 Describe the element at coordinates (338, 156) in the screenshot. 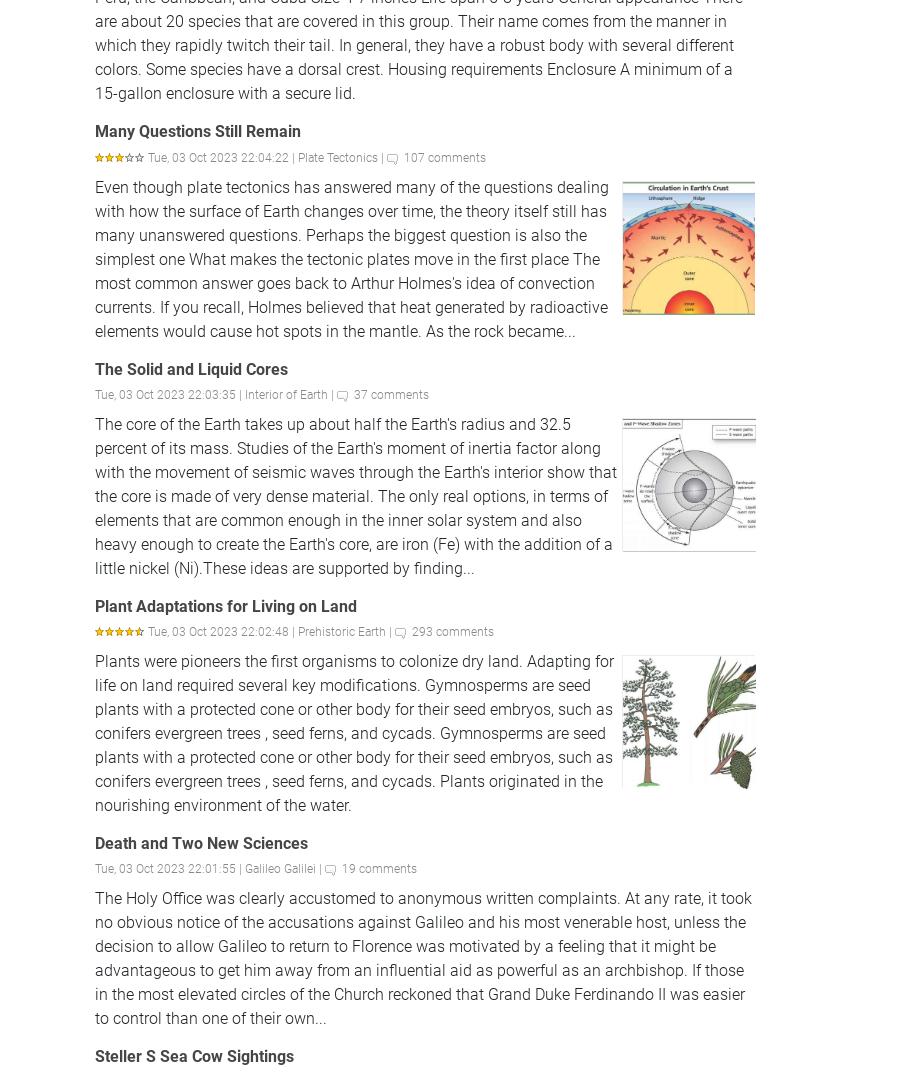

I see `'Plate Tectonics'` at that location.